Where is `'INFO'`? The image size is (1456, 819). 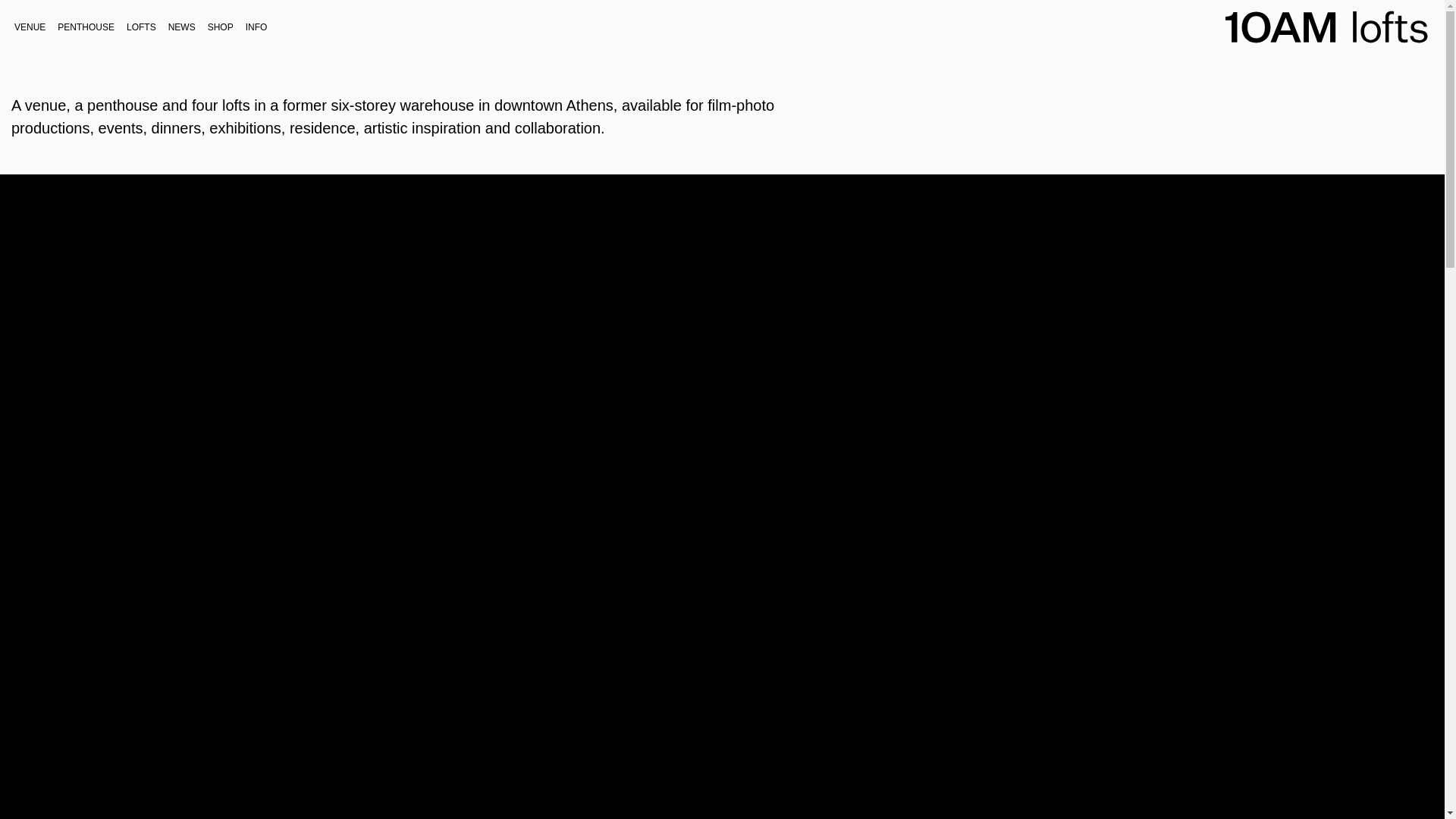
'INFO' is located at coordinates (256, 26).